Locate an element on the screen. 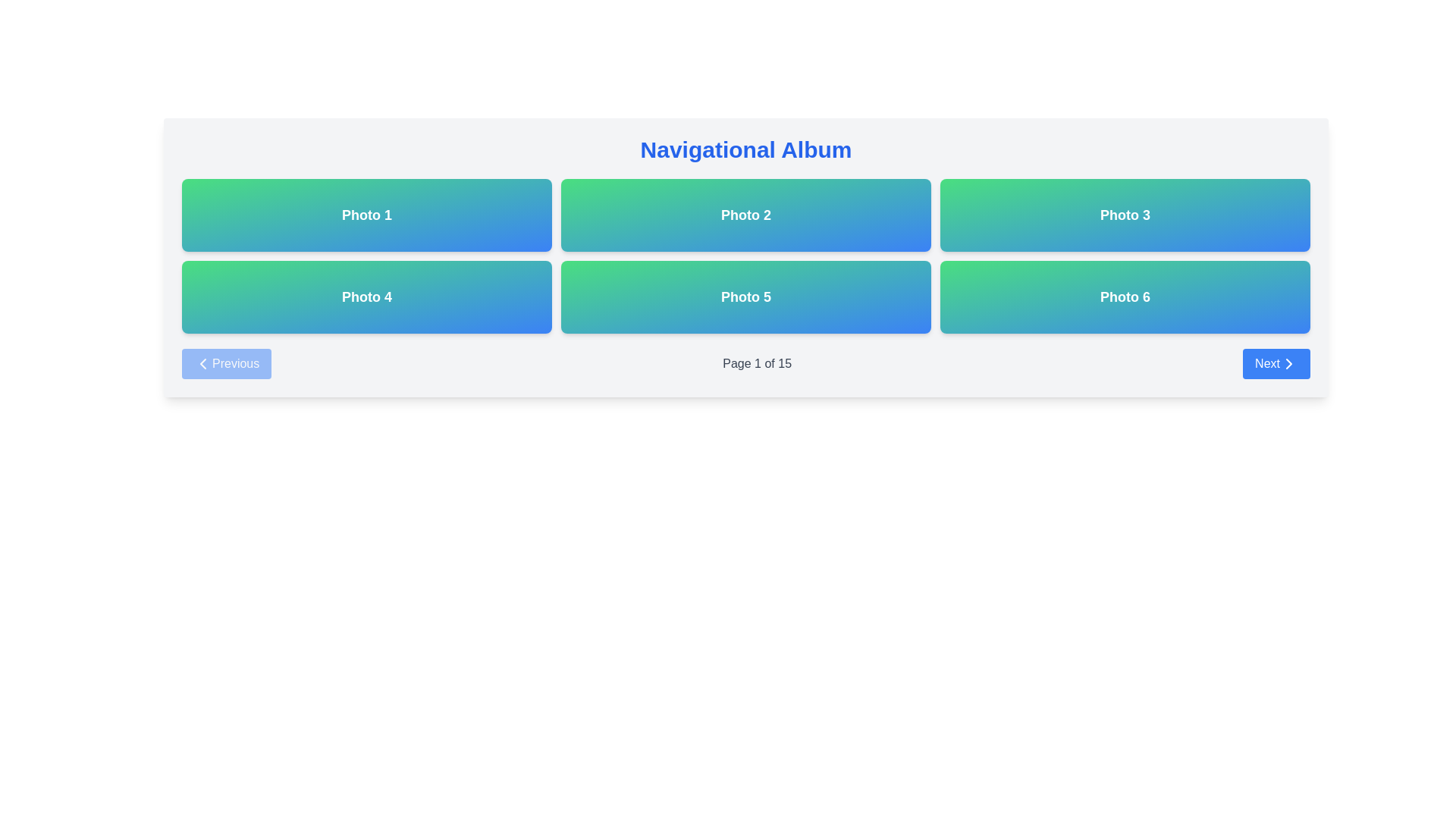 This screenshot has width=1456, height=819. the 'Next' button, which is a rectangular button labeled 'Next' with white text on a blue background, located on the far right side of the navigation bar below the photo grid is located at coordinates (1276, 363).